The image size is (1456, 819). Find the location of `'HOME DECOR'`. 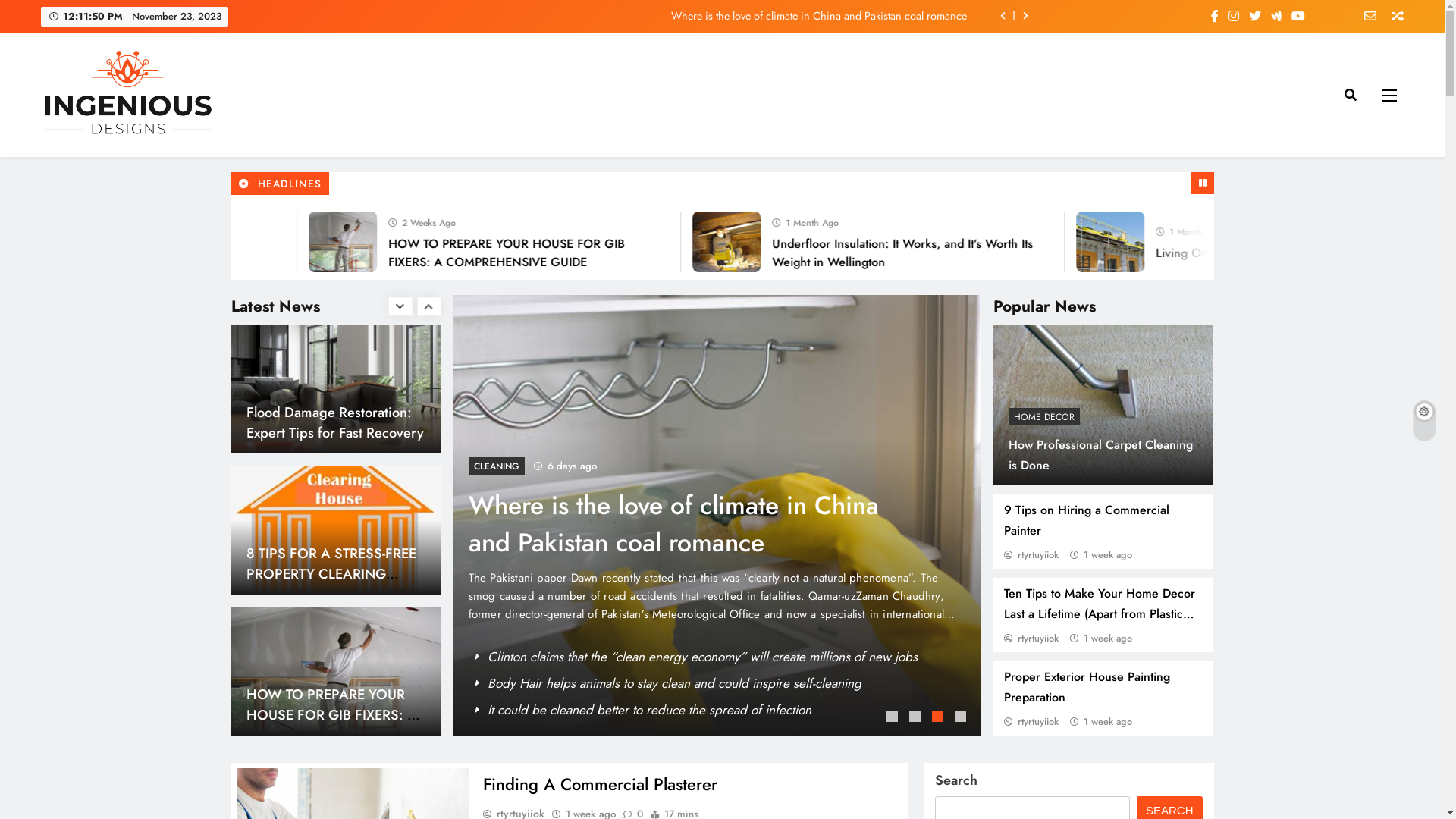

'HOME DECOR' is located at coordinates (1008, 416).